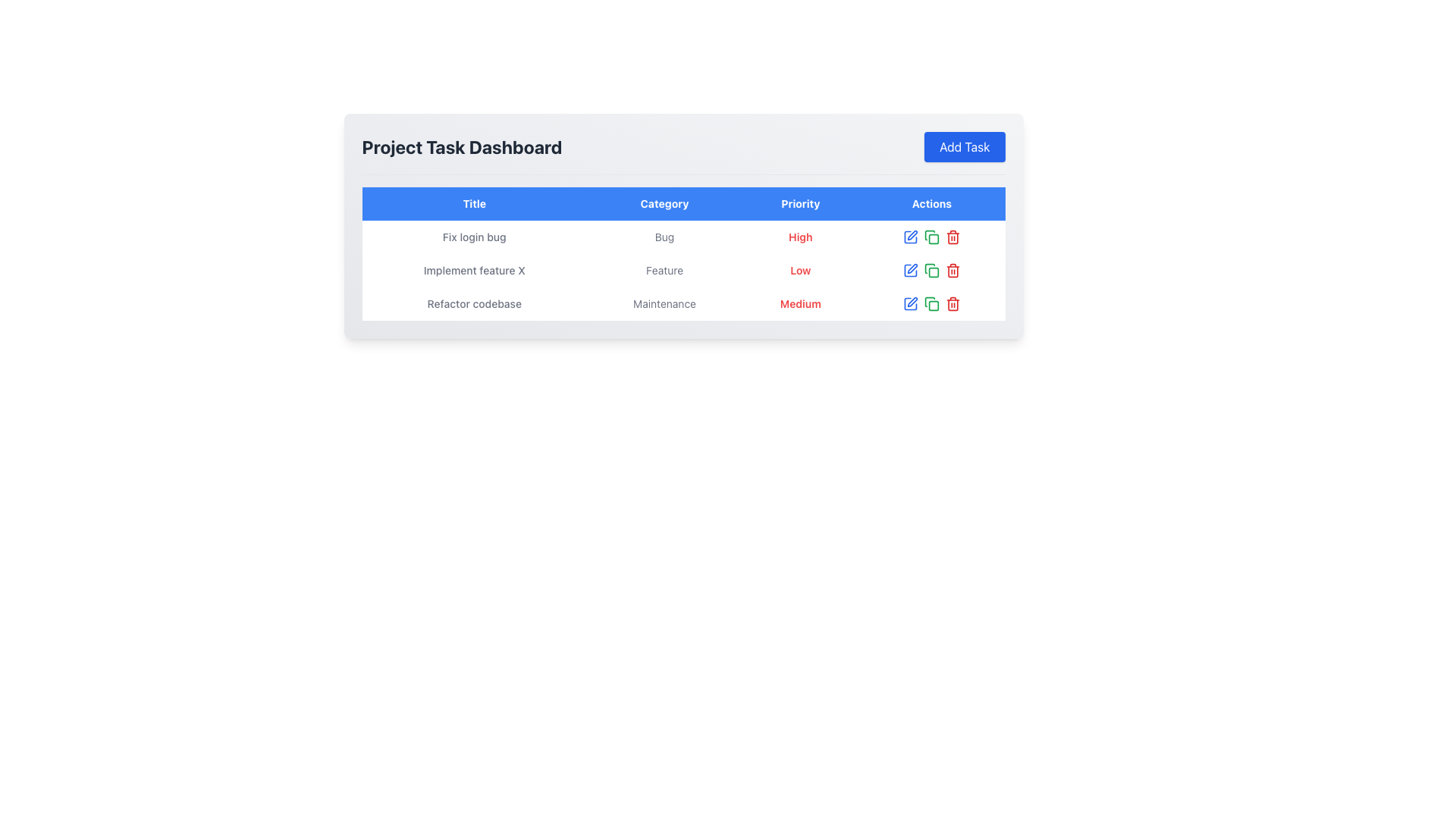 Image resolution: width=1456 pixels, height=819 pixels. What do you see at coordinates (664, 304) in the screenshot?
I see `the text label displaying 'Maintenance' located in the third row of the main content table under the 'Category' column, adjacent to the 'Refactor codebase' task description` at bounding box center [664, 304].